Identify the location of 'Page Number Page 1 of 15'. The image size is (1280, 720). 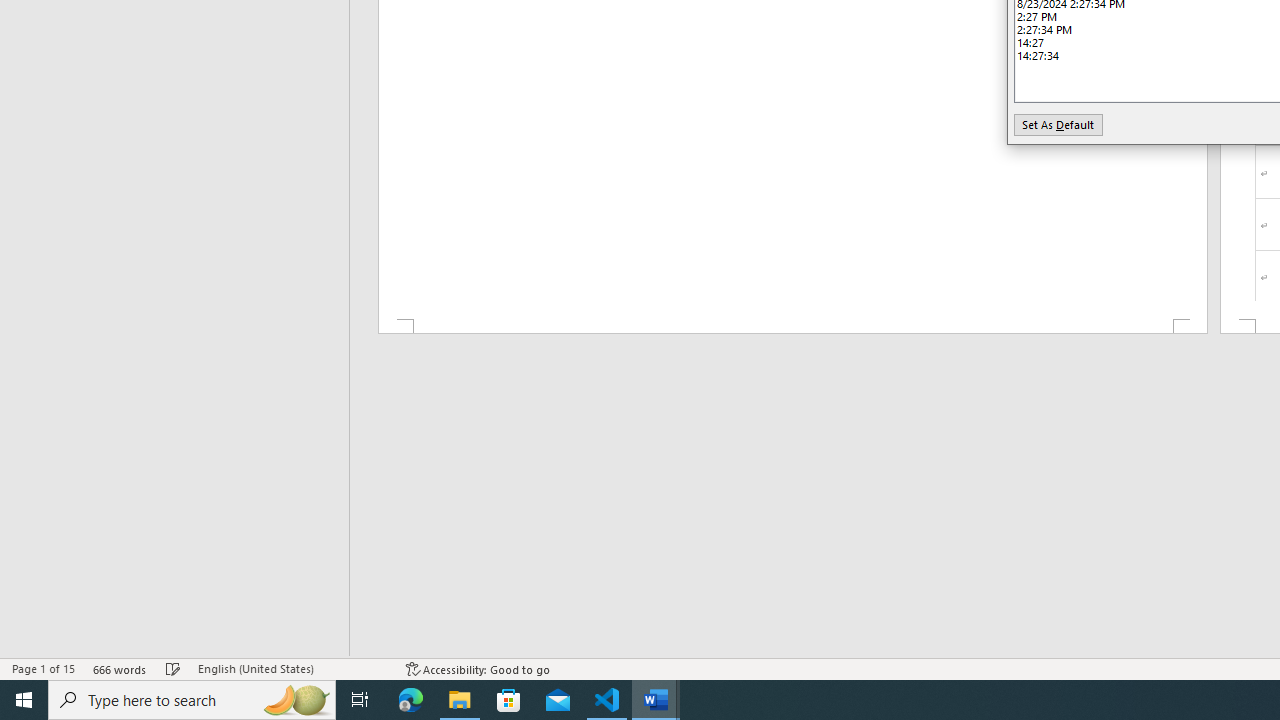
(43, 669).